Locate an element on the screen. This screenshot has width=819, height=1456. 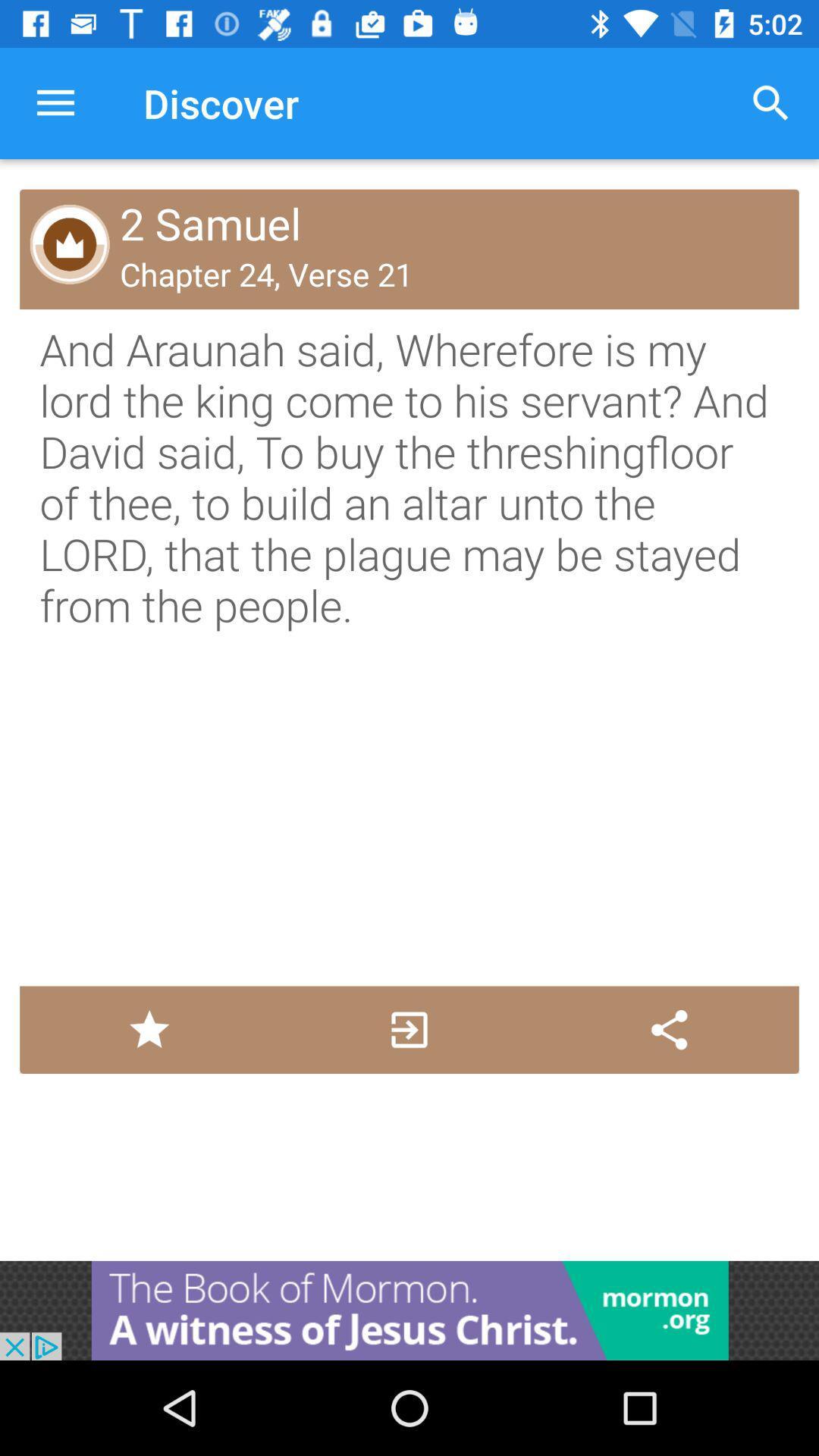
go forward is located at coordinates (408, 1030).